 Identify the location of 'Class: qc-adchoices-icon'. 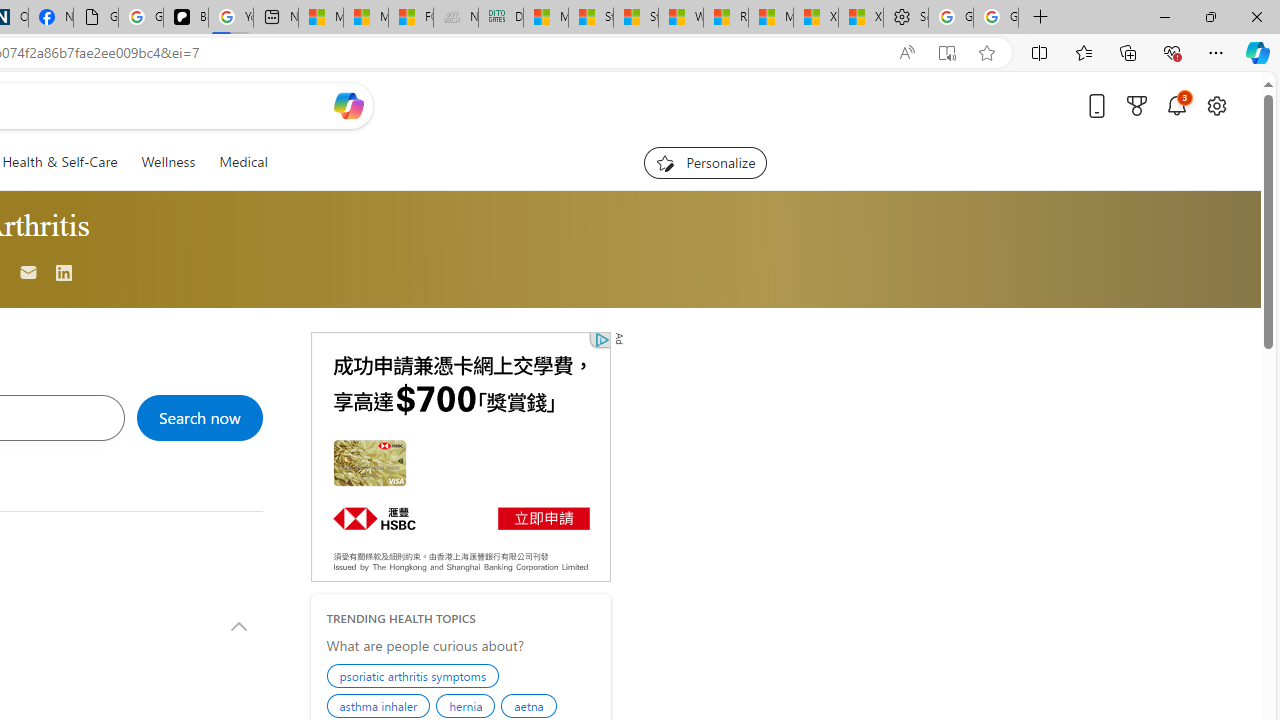
(601, 338).